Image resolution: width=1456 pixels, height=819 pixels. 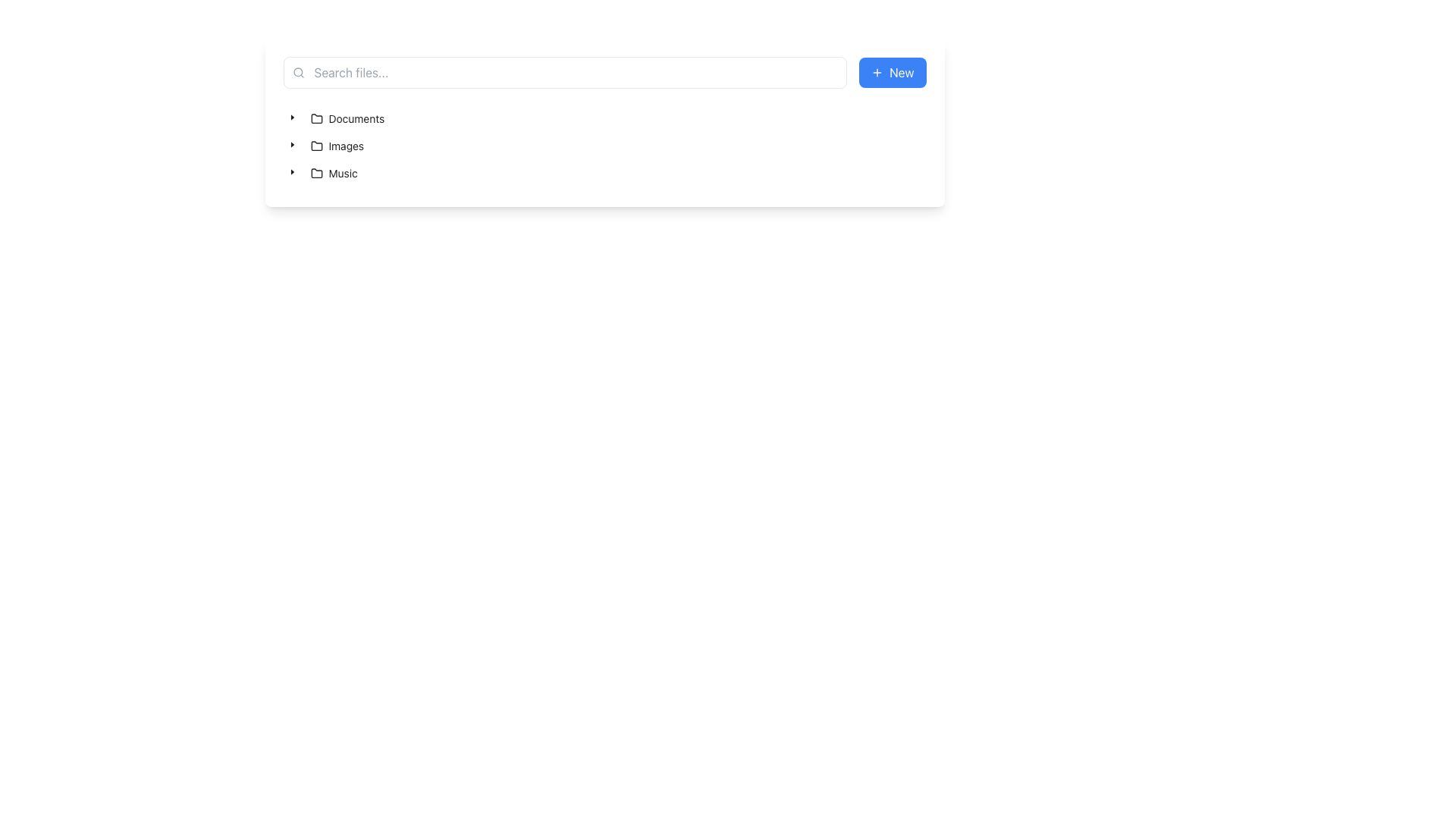 I want to click on the folder icon that represents 'Music', which is styled in a minimalistic design and is the third item in the vertical list of icons, so click(x=315, y=172).